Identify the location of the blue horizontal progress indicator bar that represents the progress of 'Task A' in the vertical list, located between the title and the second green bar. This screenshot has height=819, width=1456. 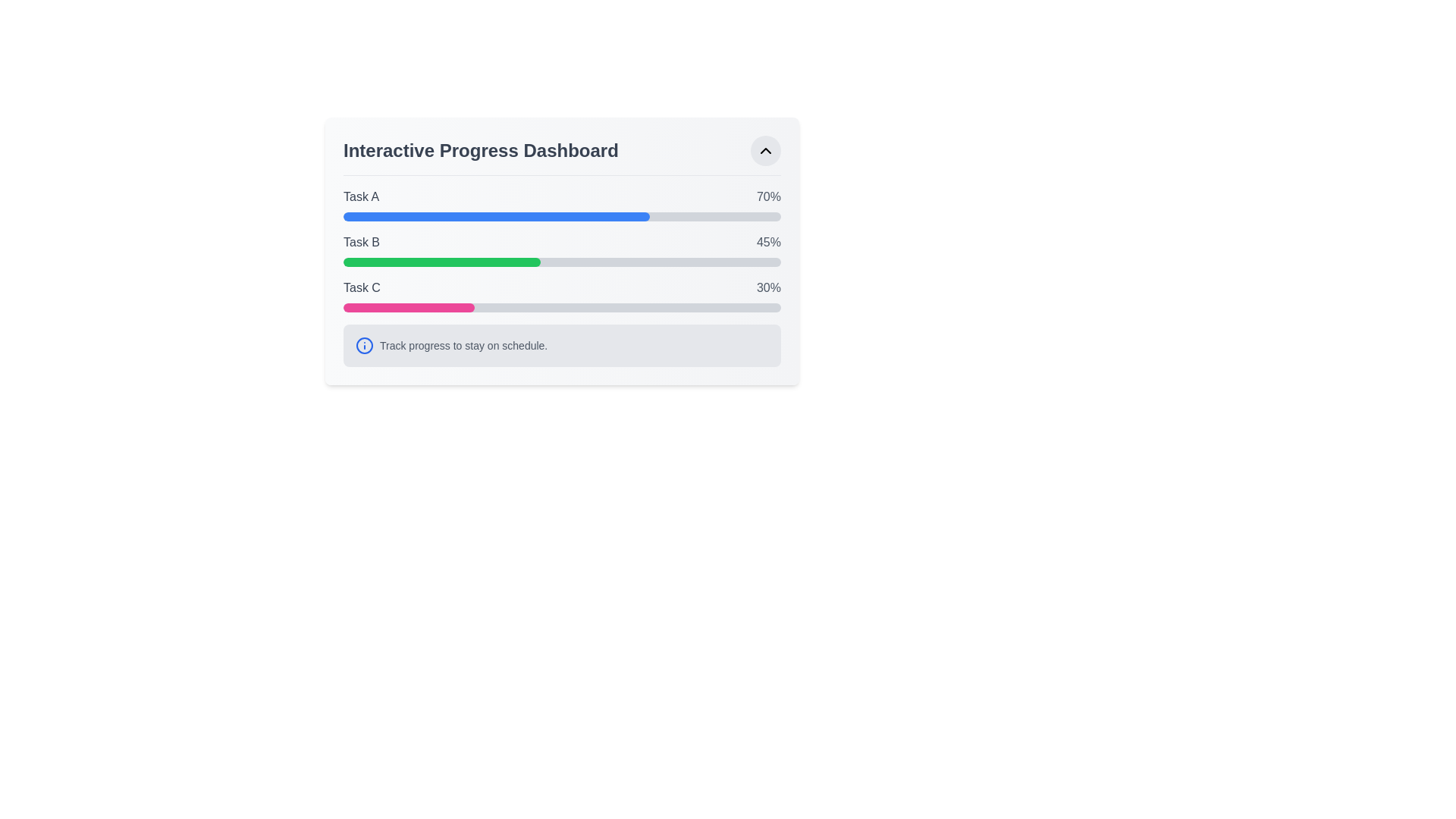
(496, 216).